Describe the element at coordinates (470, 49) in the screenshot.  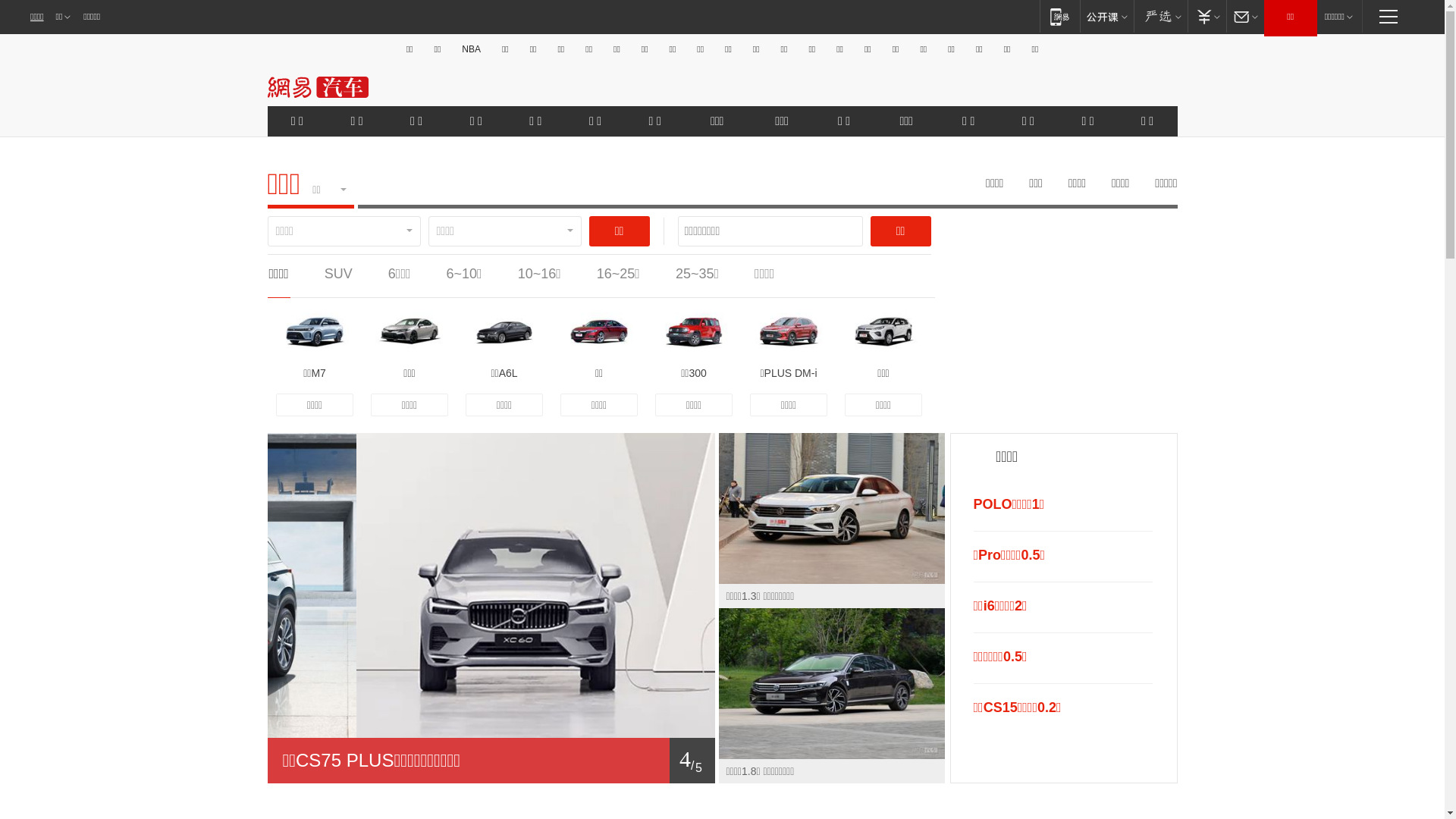
I see `'NBA'` at that location.